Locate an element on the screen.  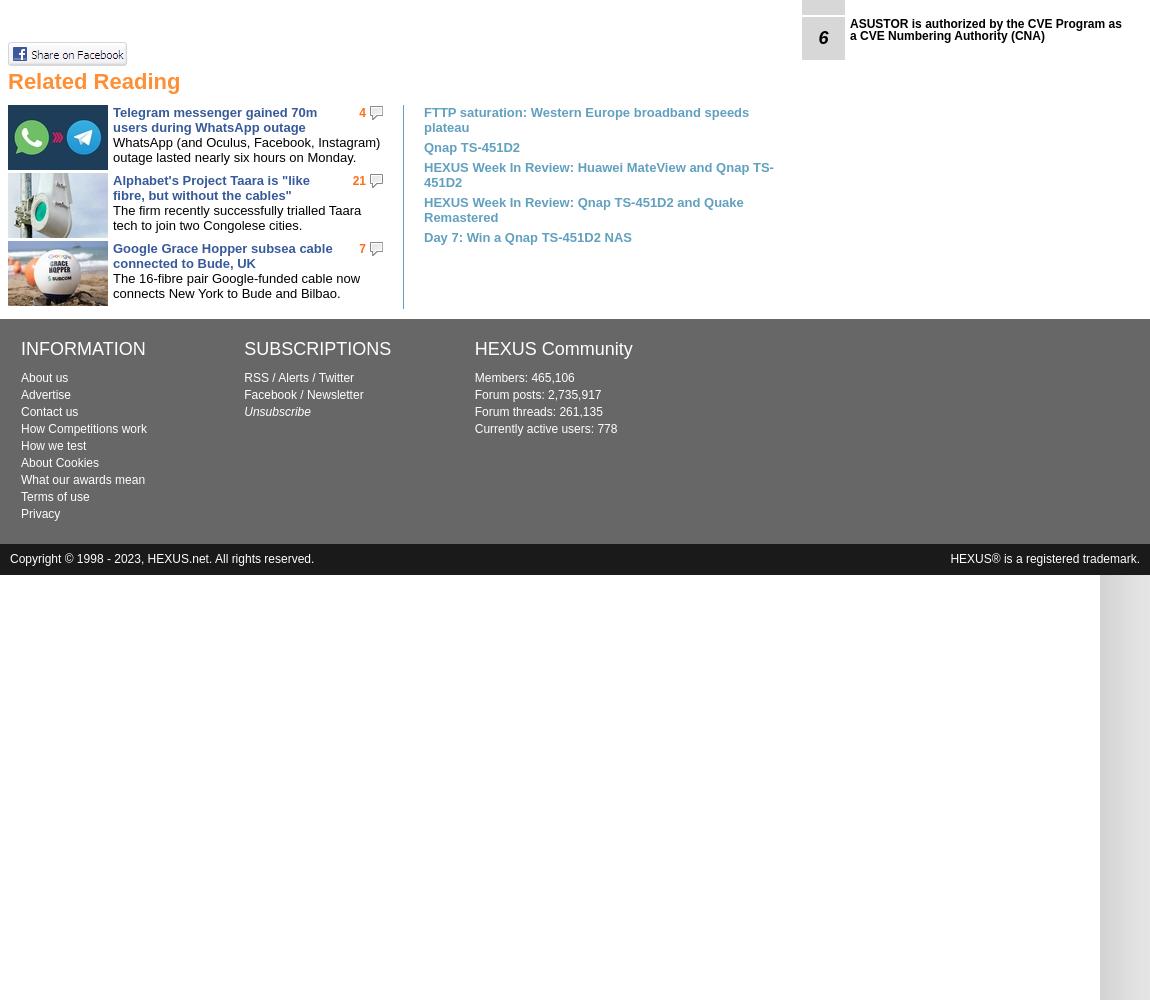
'How Competitions work' is located at coordinates (20, 429).